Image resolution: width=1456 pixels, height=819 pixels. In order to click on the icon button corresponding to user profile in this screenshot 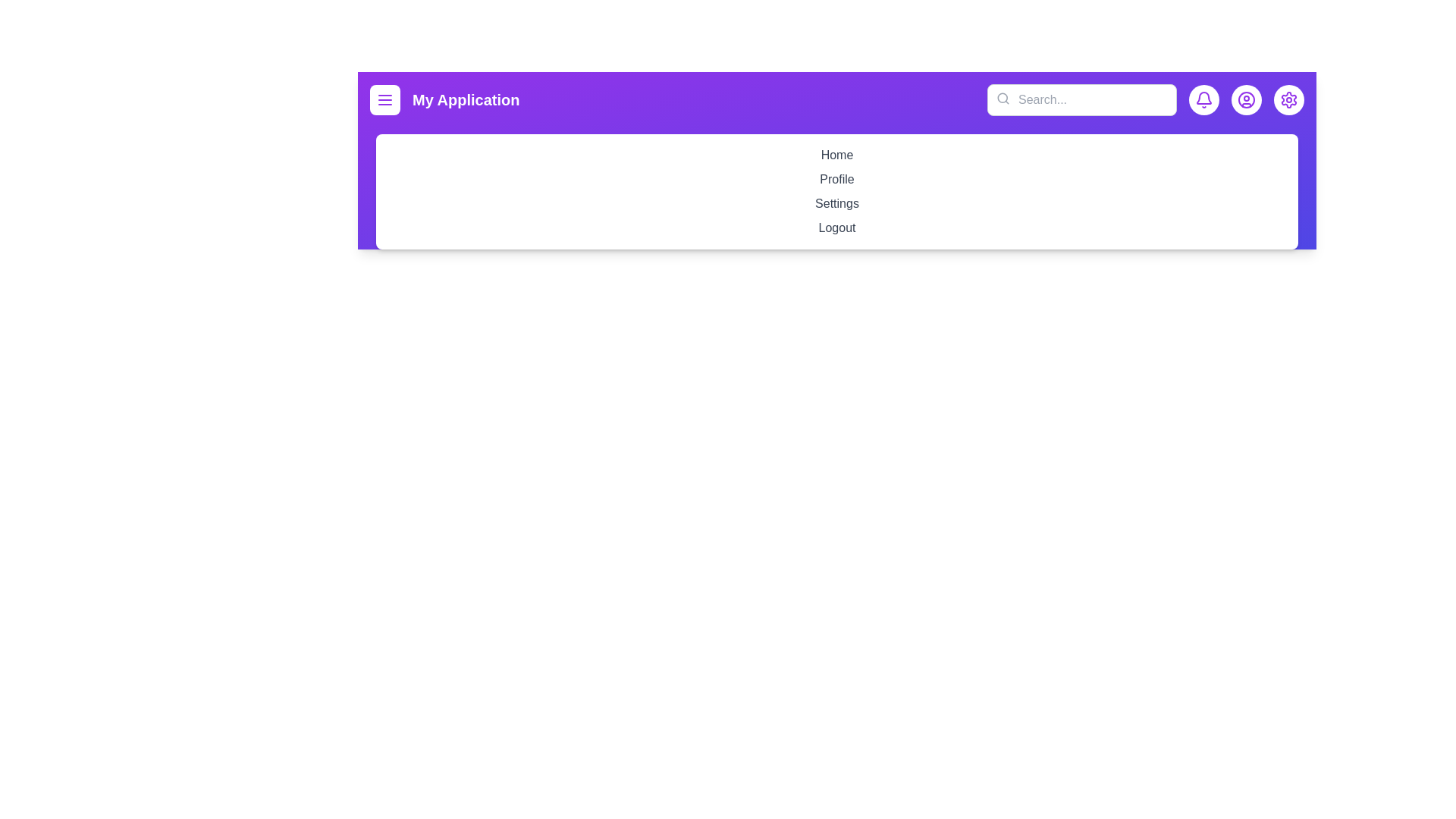, I will do `click(1246, 99)`.